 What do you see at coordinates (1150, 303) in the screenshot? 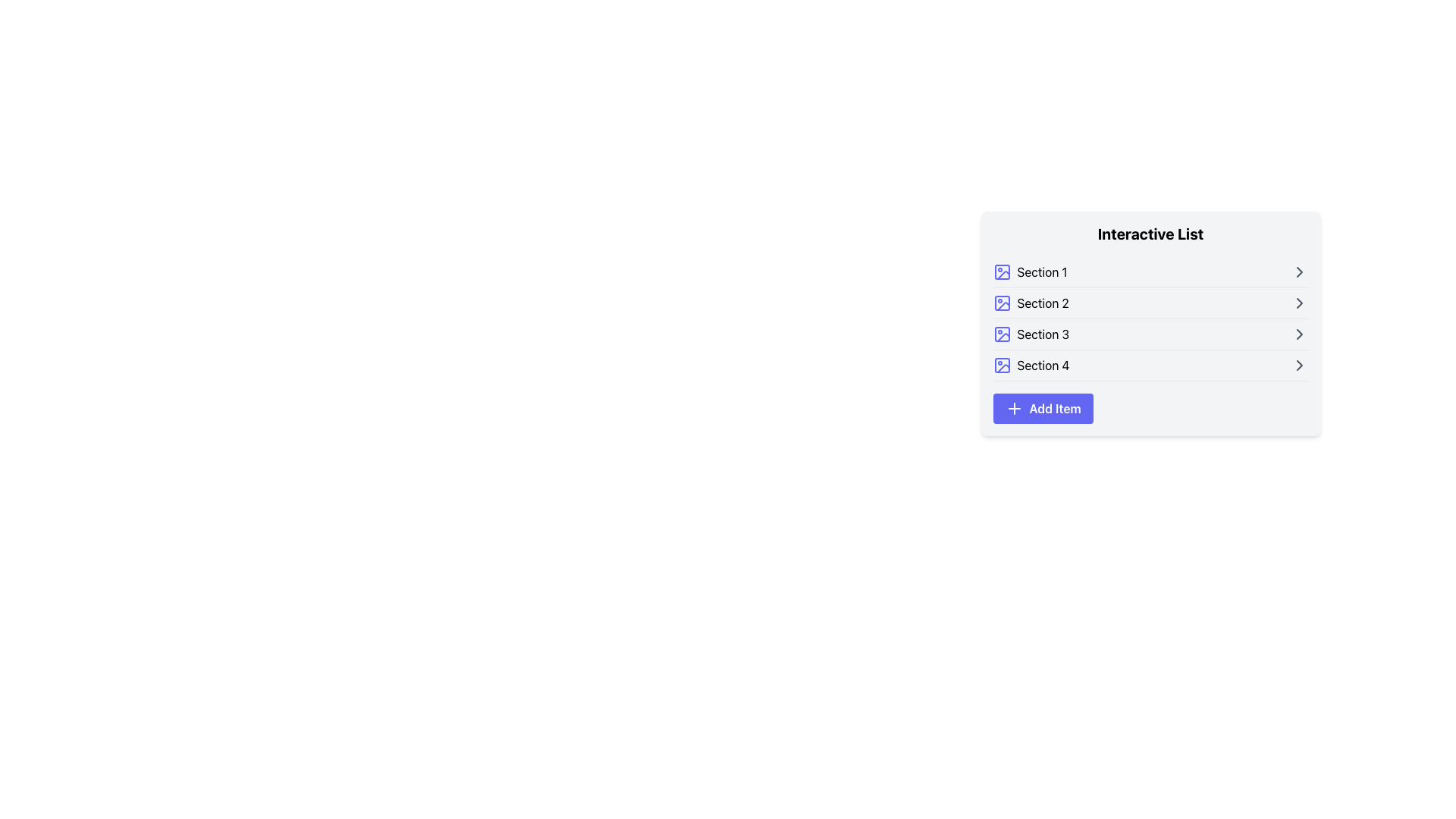
I see `the second list item labeled 'Section 2'` at bounding box center [1150, 303].